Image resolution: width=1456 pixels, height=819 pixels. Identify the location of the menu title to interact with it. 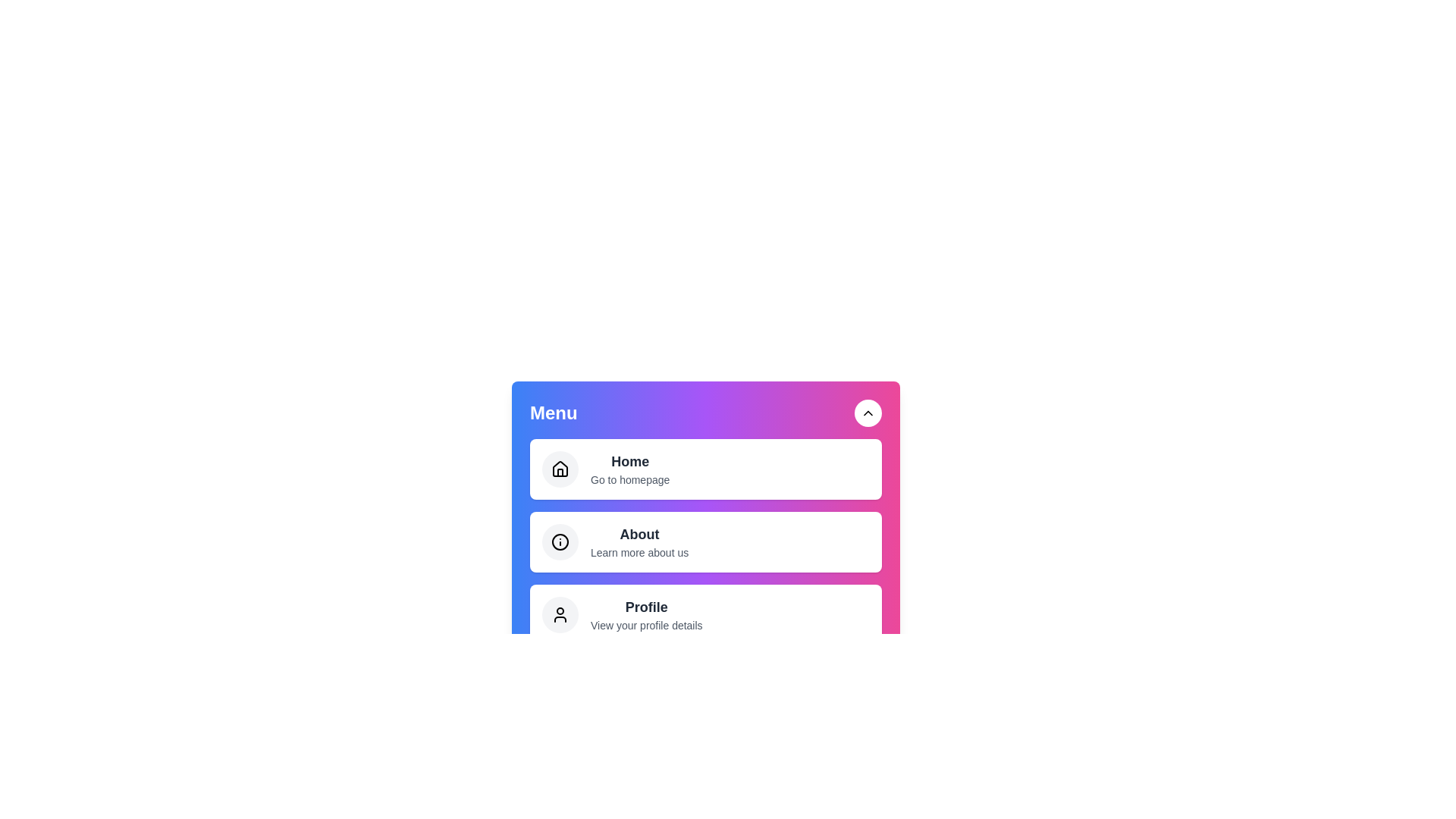
(552, 413).